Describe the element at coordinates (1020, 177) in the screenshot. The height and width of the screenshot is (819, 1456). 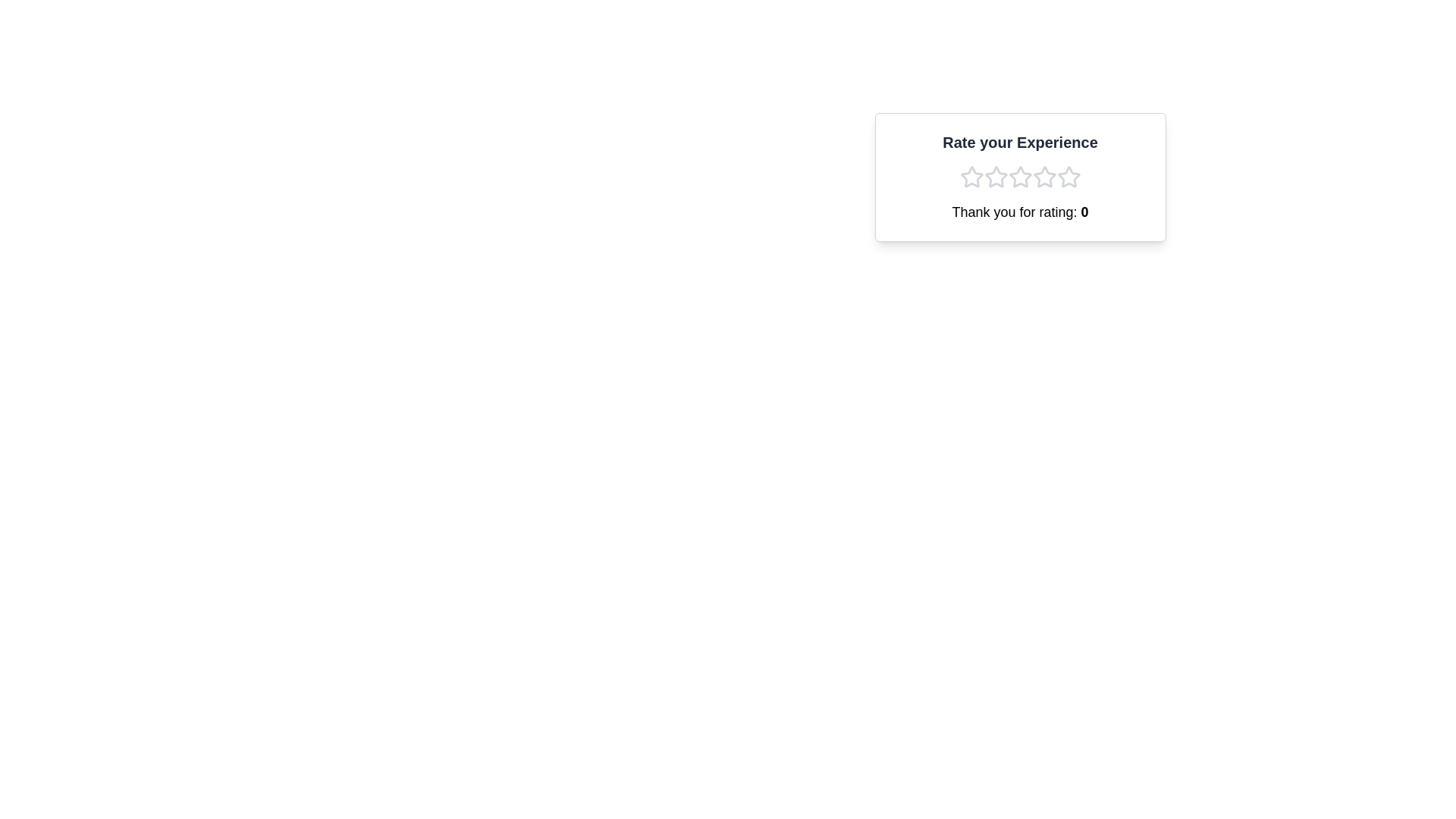
I see `the stars in the interactive rating card titled 'Rate your Experience'` at that location.